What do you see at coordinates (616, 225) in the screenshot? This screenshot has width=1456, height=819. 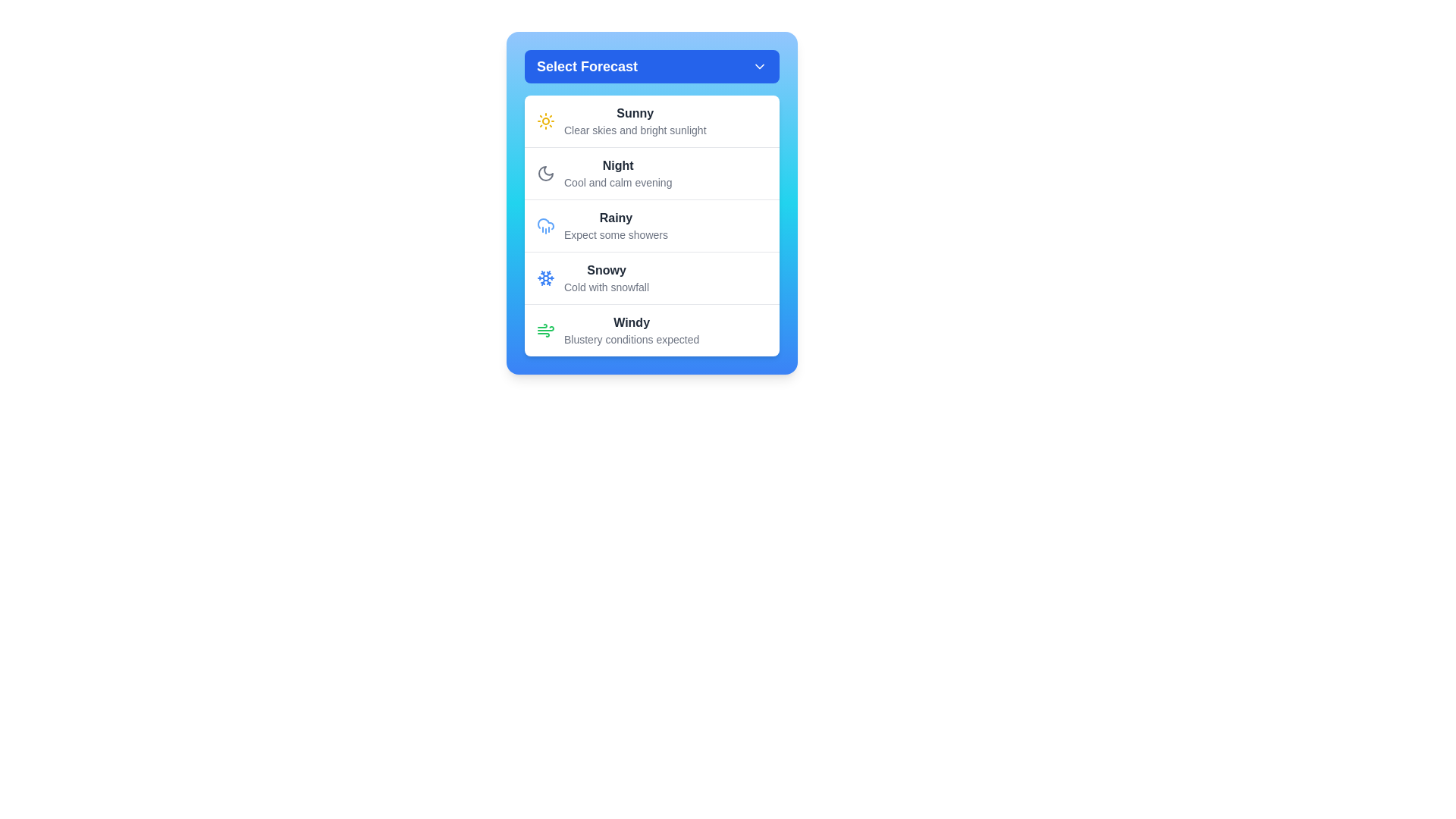 I see `the weather condition label displaying 'Rainy' with the description 'Expect some showers', which is centered in the forecast list between 'Night' and 'Snowy'` at bounding box center [616, 225].